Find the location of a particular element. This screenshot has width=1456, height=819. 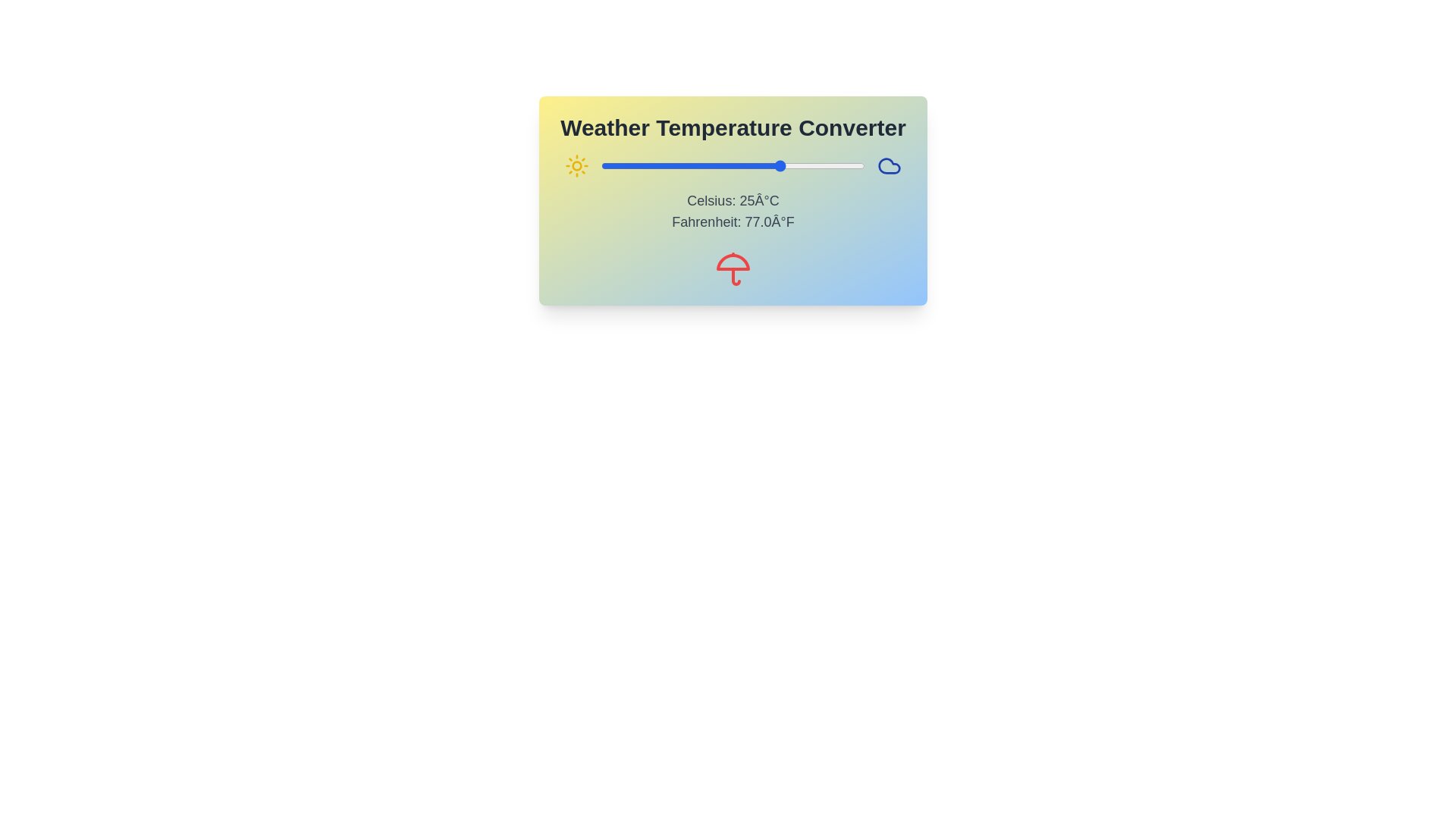

the temperature slider to set the Celsius value to 31 is located at coordinates (802, 166).